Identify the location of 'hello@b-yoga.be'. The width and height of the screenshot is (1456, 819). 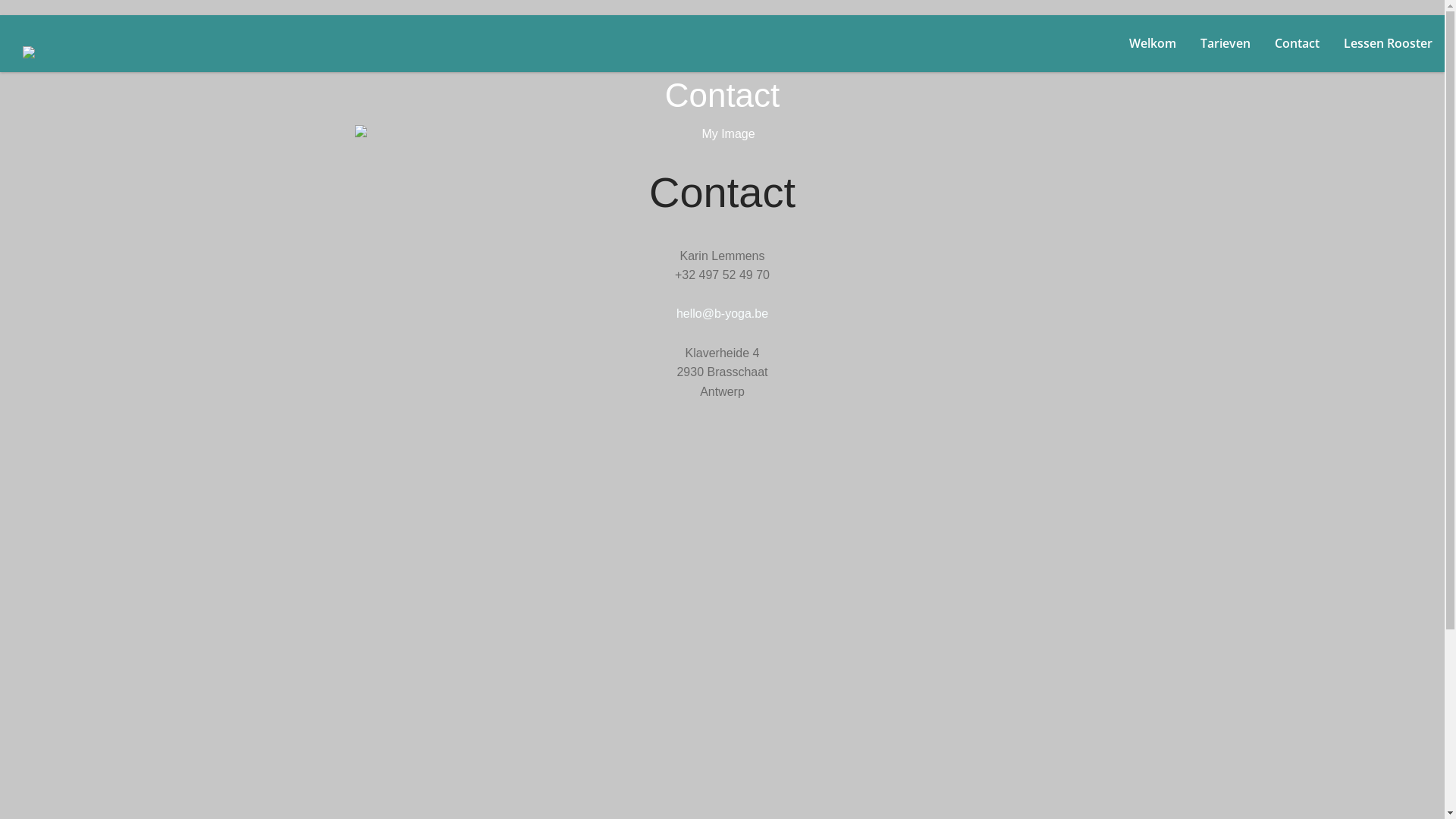
(721, 312).